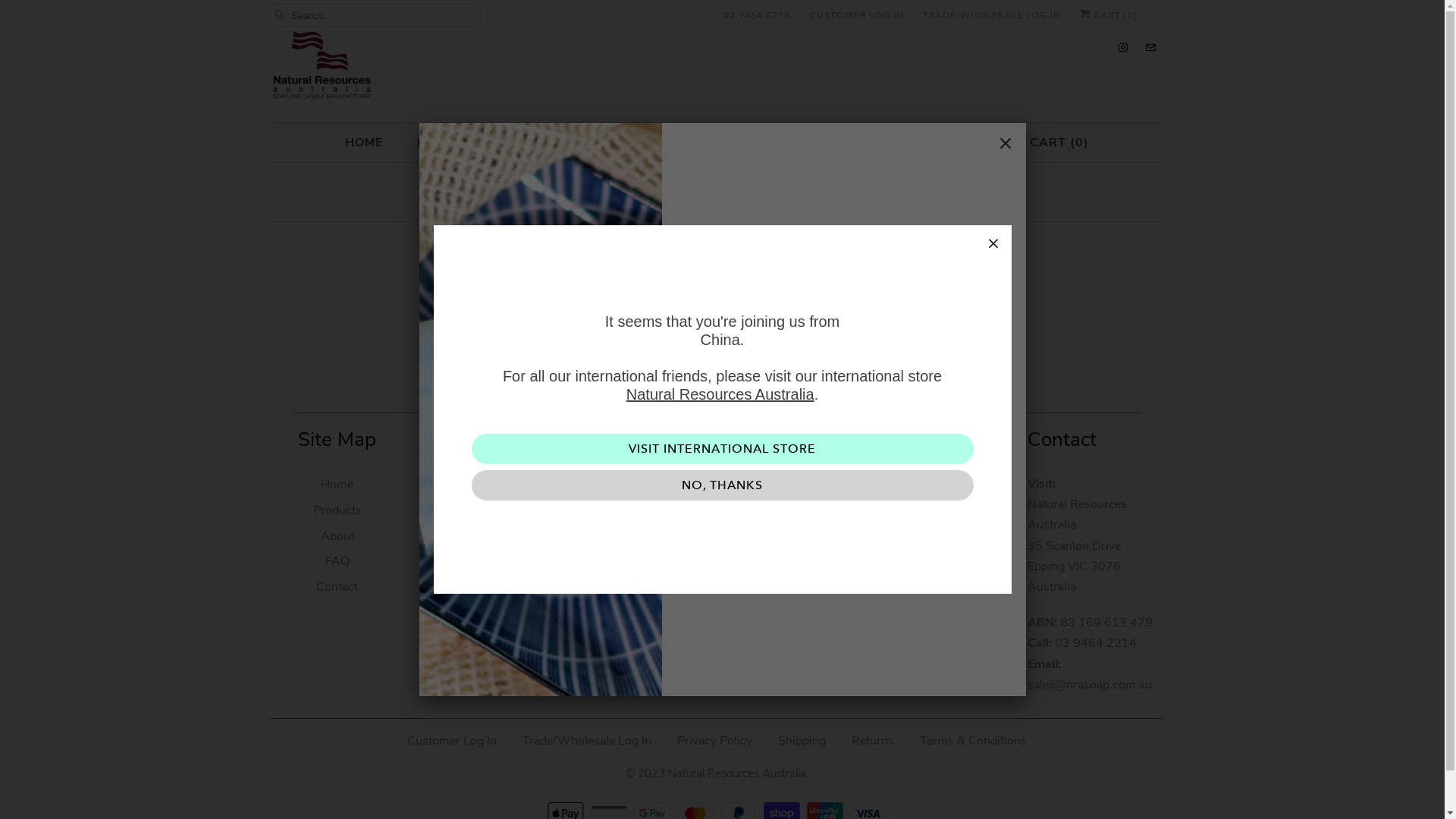 The width and height of the screenshot is (1456, 819). I want to click on 'Natural Resources Australia', so click(716, 68).